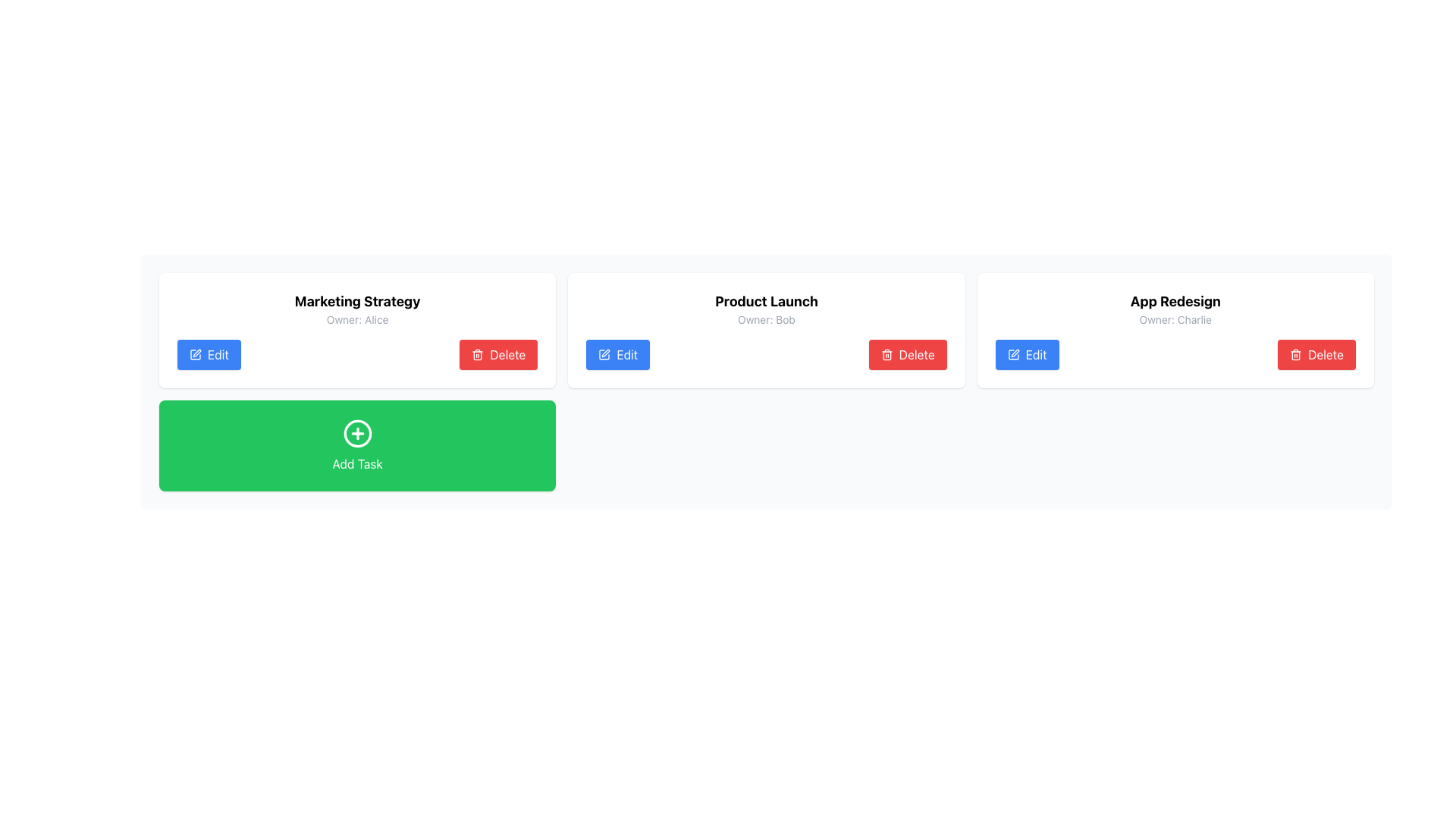 The height and width of the screenshot is (819, 1456). I want to click on the bolded text label displaying 'Product Launch' located at the top of the central card in a horizontal row of three cards, so click(767, 301).